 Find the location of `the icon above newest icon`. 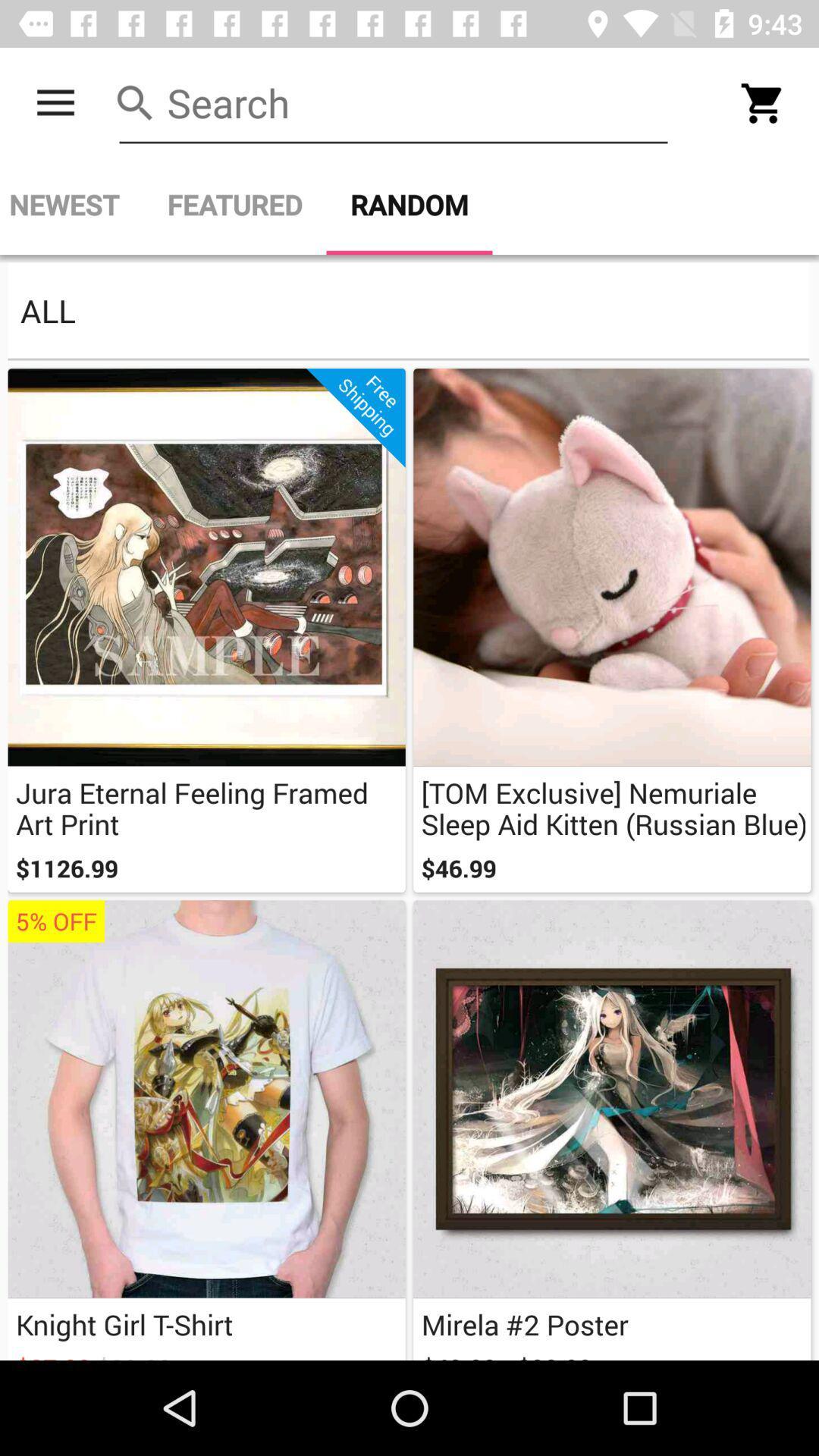

the icon above newest icon is located at coordinates (55, 102).